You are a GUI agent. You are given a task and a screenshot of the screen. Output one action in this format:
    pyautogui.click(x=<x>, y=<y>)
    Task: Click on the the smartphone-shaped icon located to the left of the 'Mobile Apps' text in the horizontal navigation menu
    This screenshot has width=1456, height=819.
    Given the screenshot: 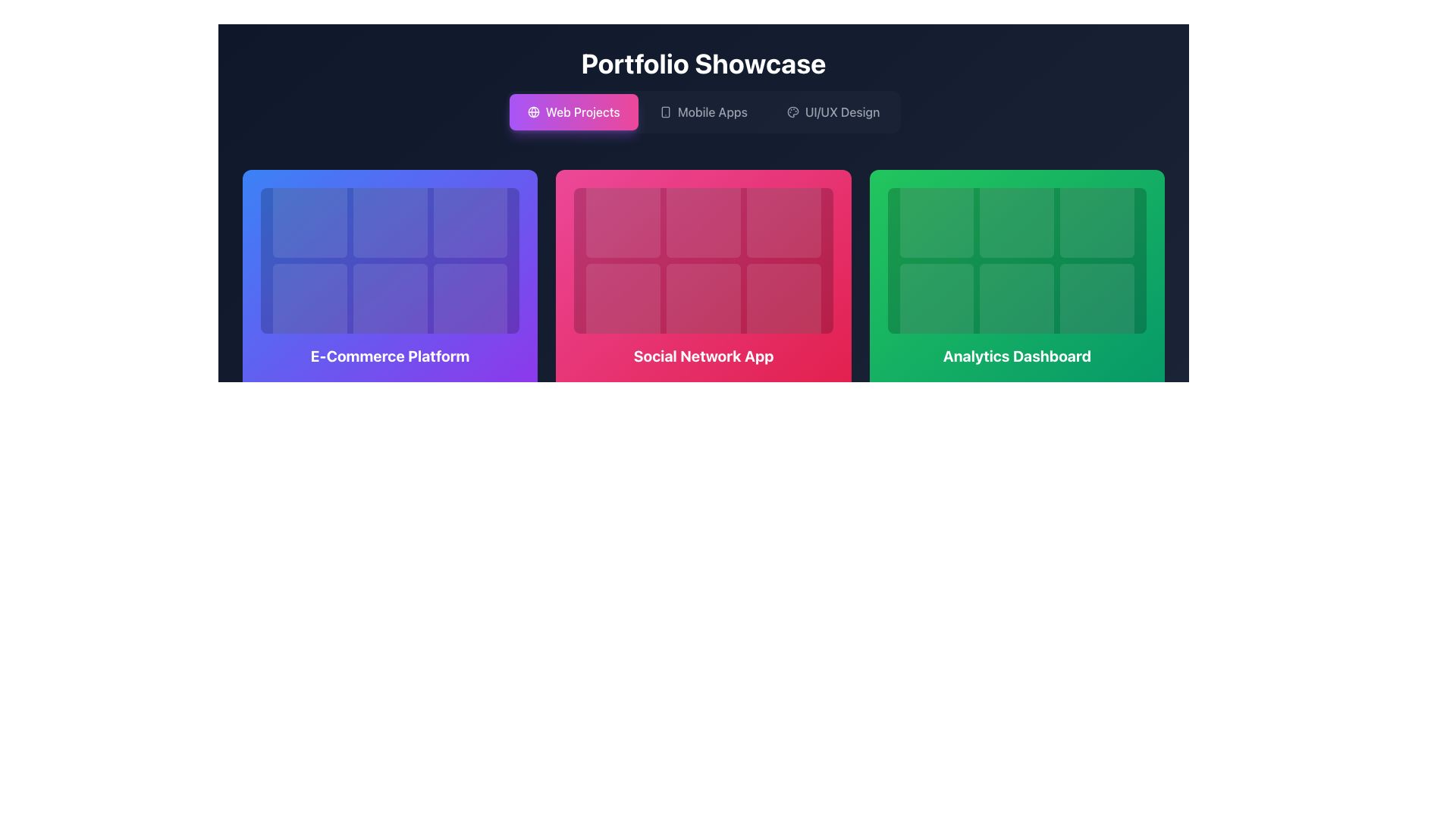 What is the action you would take?
    pyautogui.click(x=665, y=111)
    